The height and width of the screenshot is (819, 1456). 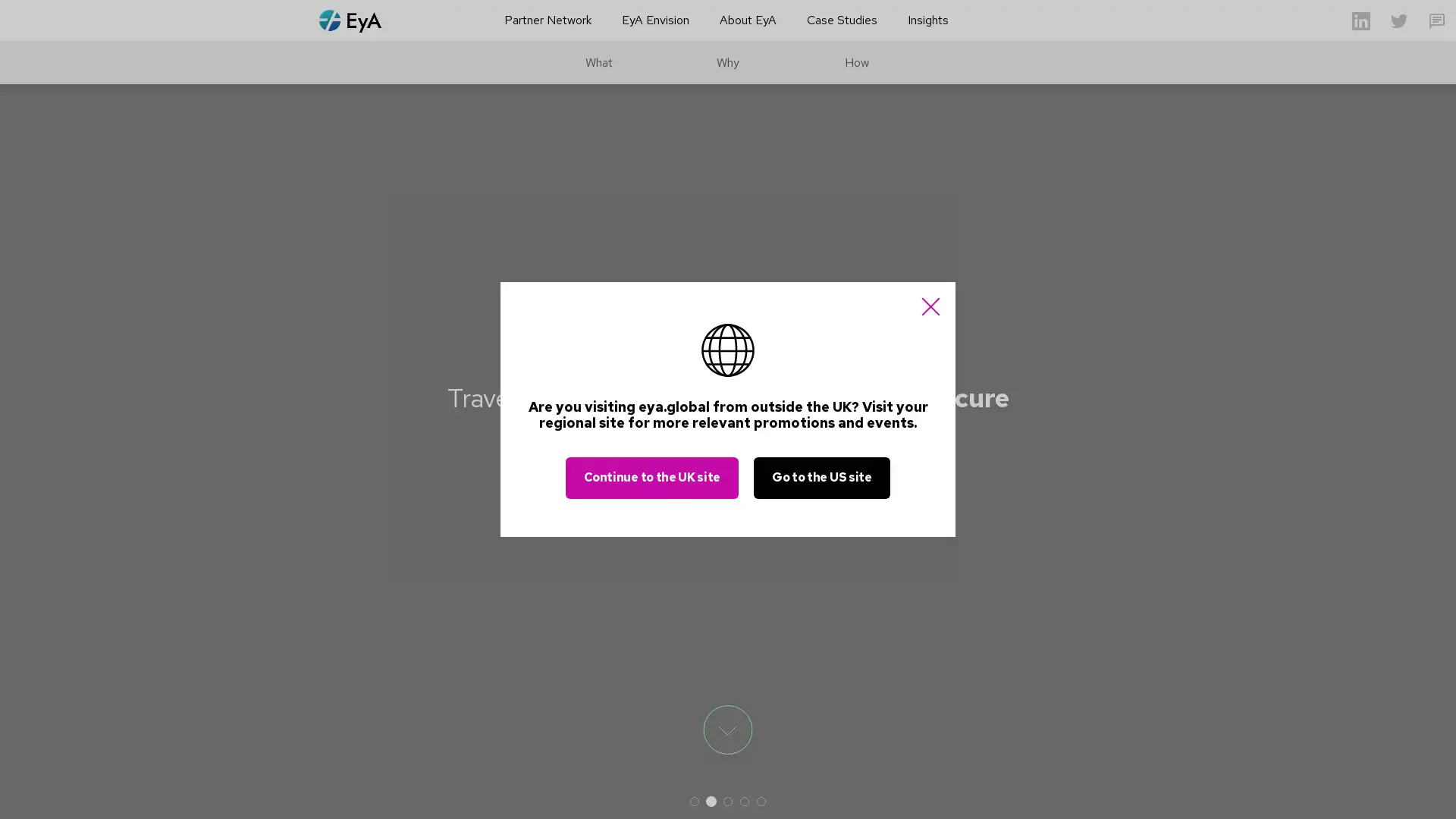 I want to click on 3, so click(x=728, y=800).